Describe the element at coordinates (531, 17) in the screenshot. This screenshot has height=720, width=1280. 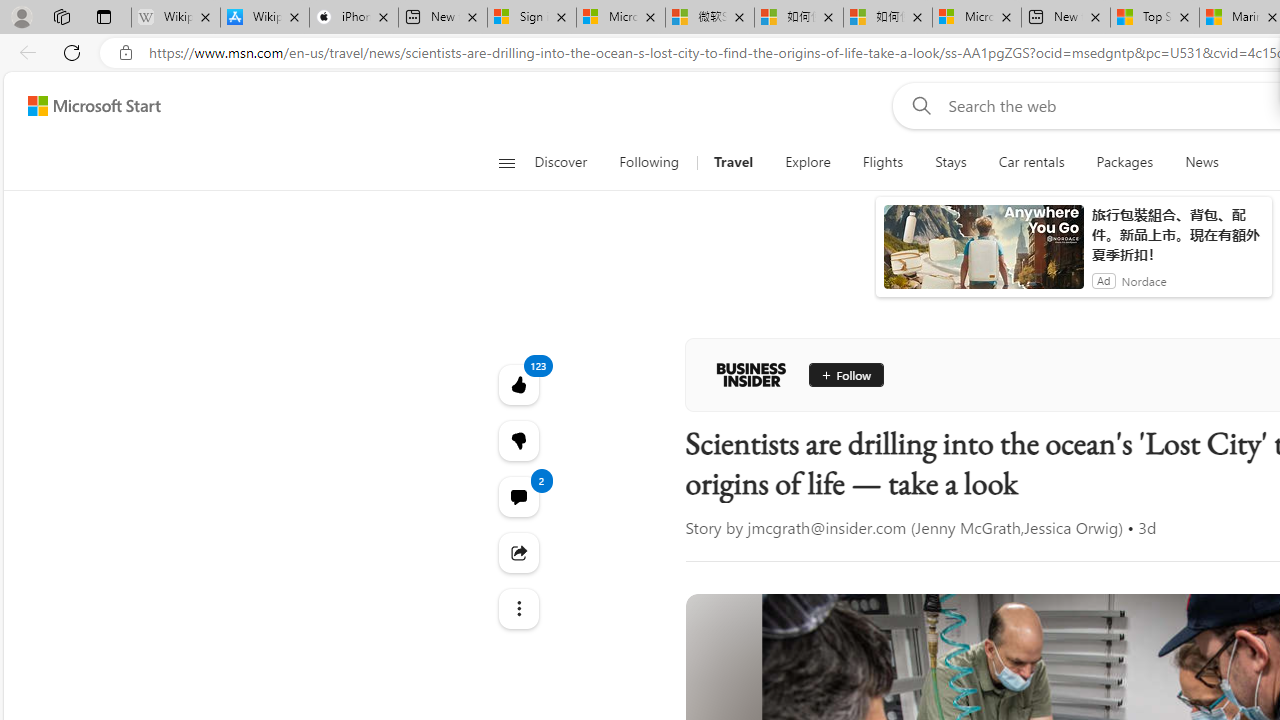
I see `'Sign in to your Microsoft account'` at that location.